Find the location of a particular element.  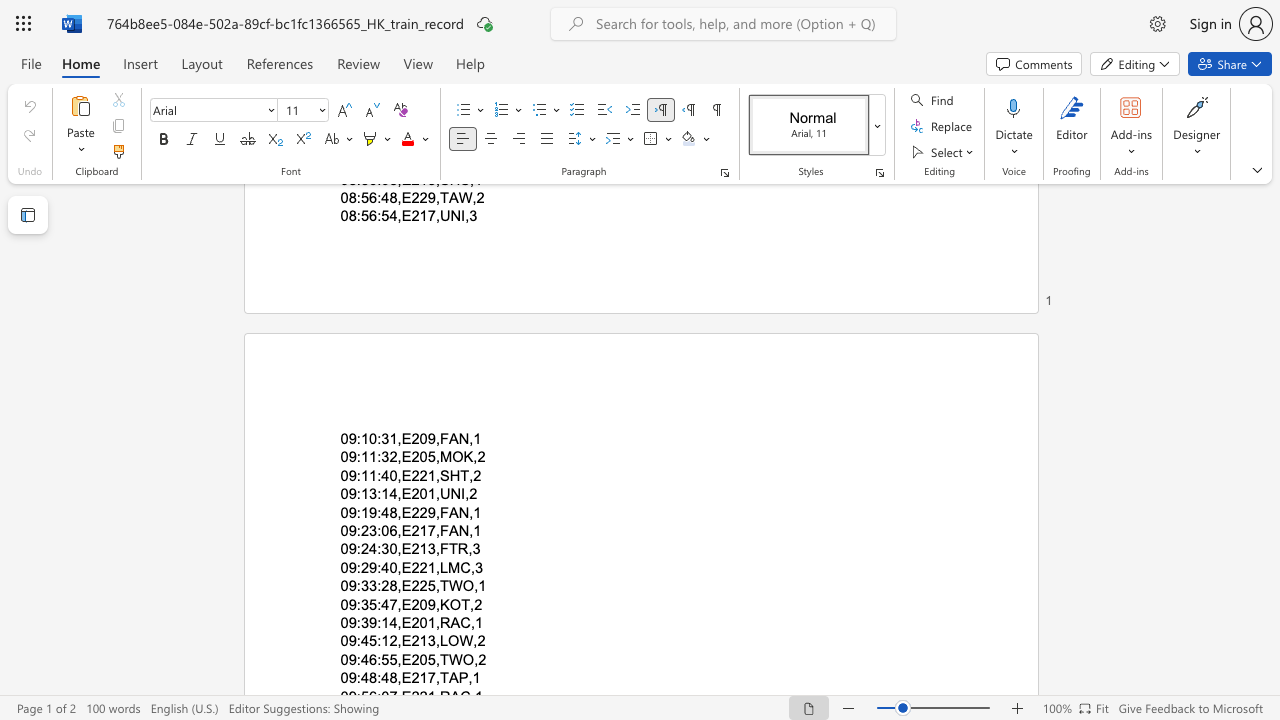

the subset text "229," within the text "09:19:48,E229,FAN,1" is located at coordinates (410, 511).